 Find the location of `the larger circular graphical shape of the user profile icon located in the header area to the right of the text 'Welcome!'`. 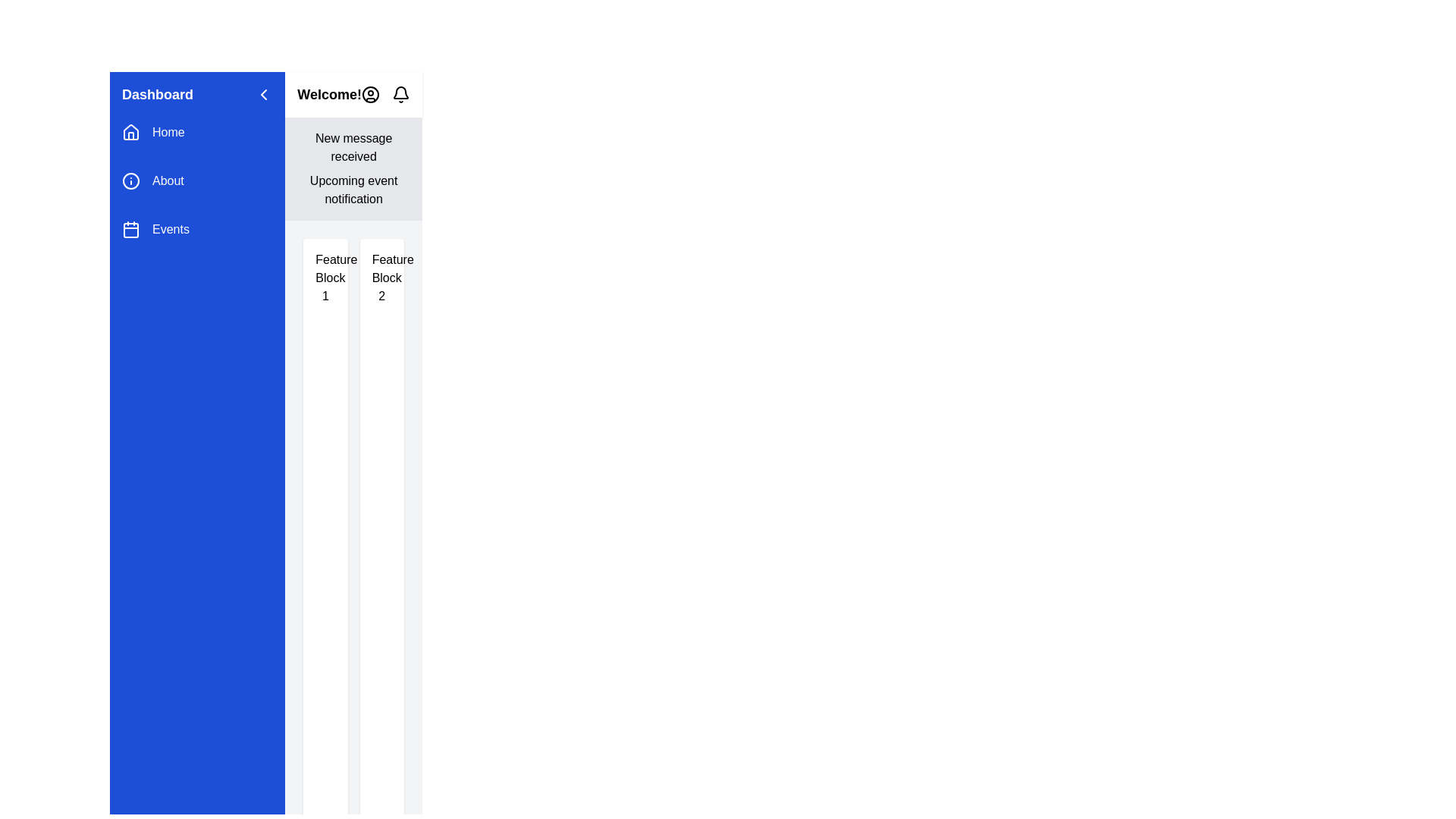

the larger circular graphical shape of the user profile icon located in the header area to the right of the text 'Welcome!' is located at coordinates (371, 94).